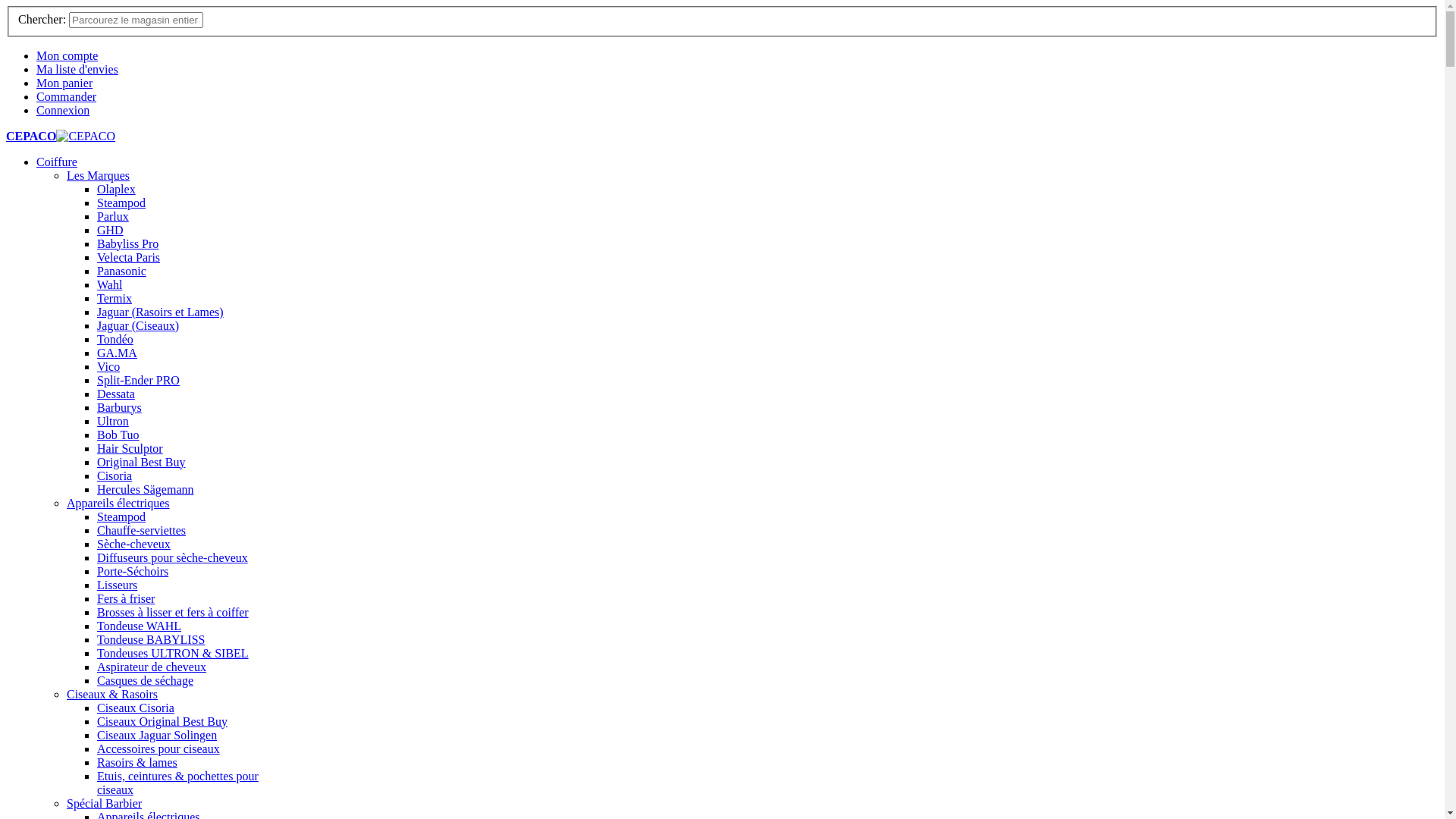 The image size is (1456, 819). Describe the element at coordinates (96, 230) in the screenshot. I see `'GHD'` at that location.